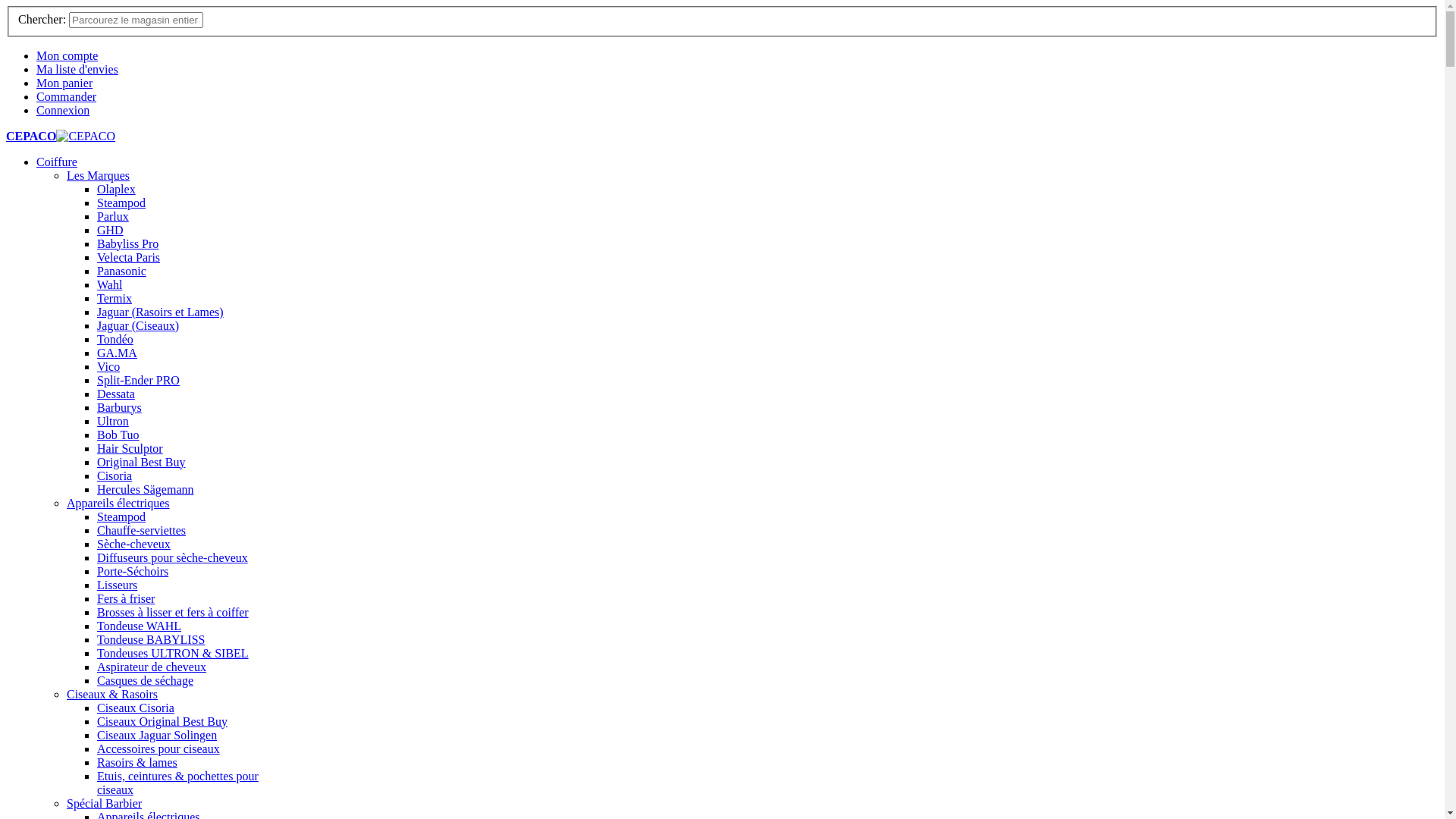 The image size is (1456, 819). Describe the element at coordinates (96, 230) in the screenshot. I see `'GHD'` at that location.